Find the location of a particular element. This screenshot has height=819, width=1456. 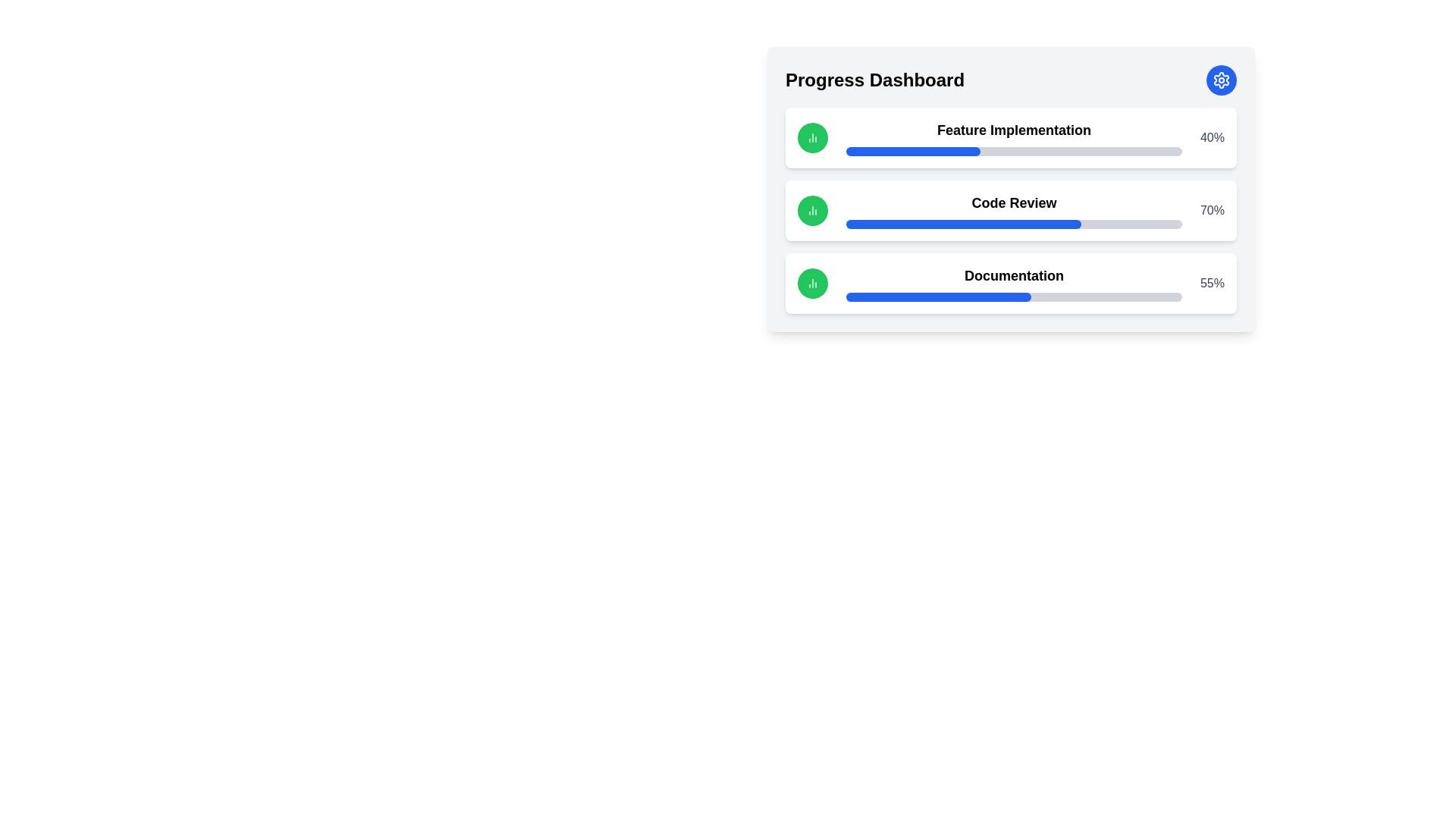

the text label reading 'Feature Implementation', which is the first label among the progress items on the dashboard, positioned above a blue progress bar is located at coordinates (1014, 130).